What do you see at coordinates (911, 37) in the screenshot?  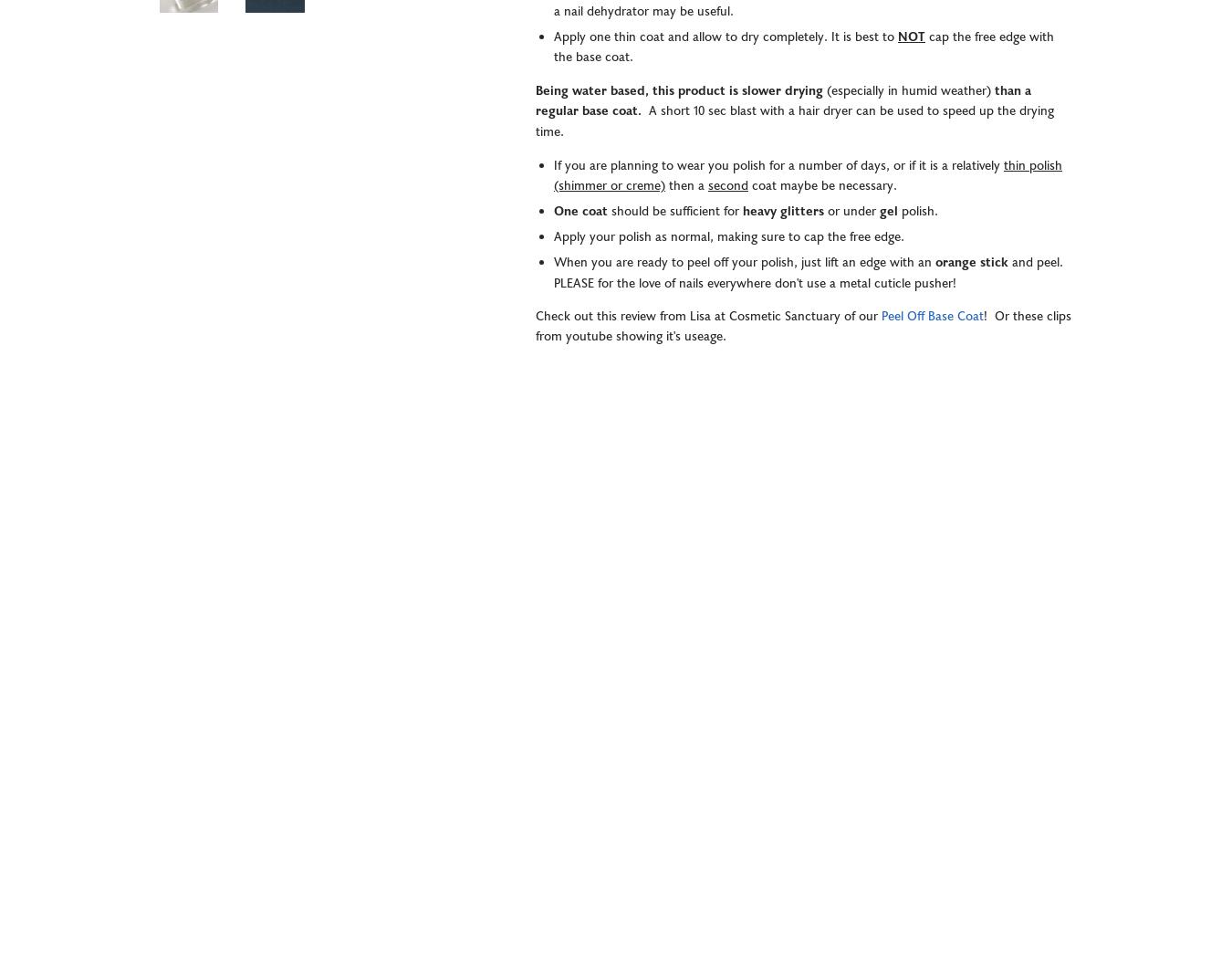 I see `'NOT'` at bounding box center [911, 37].